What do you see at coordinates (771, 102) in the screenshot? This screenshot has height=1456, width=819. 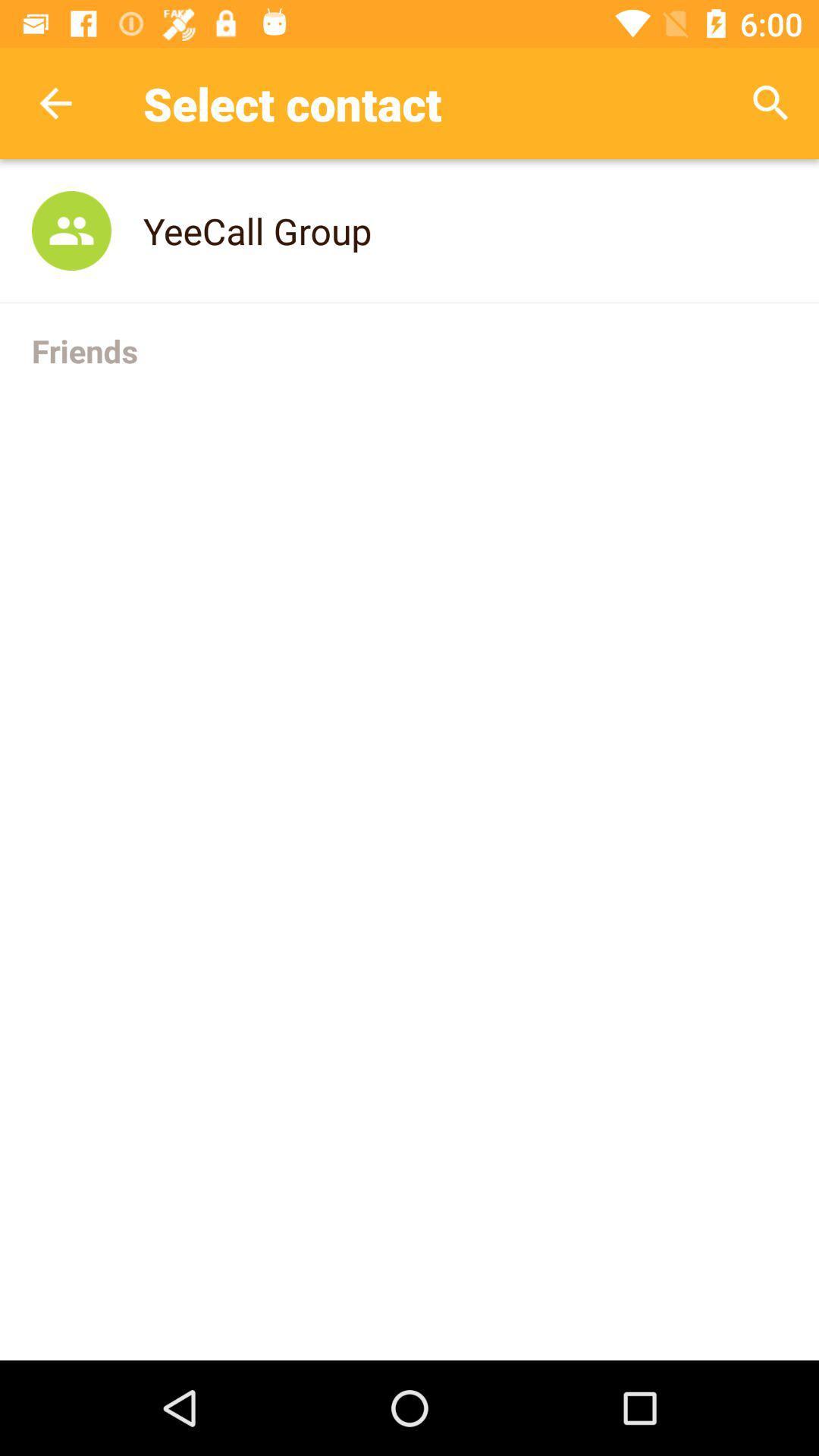 I see `the item above the yeecall group item` at bounding box center [771, 102].